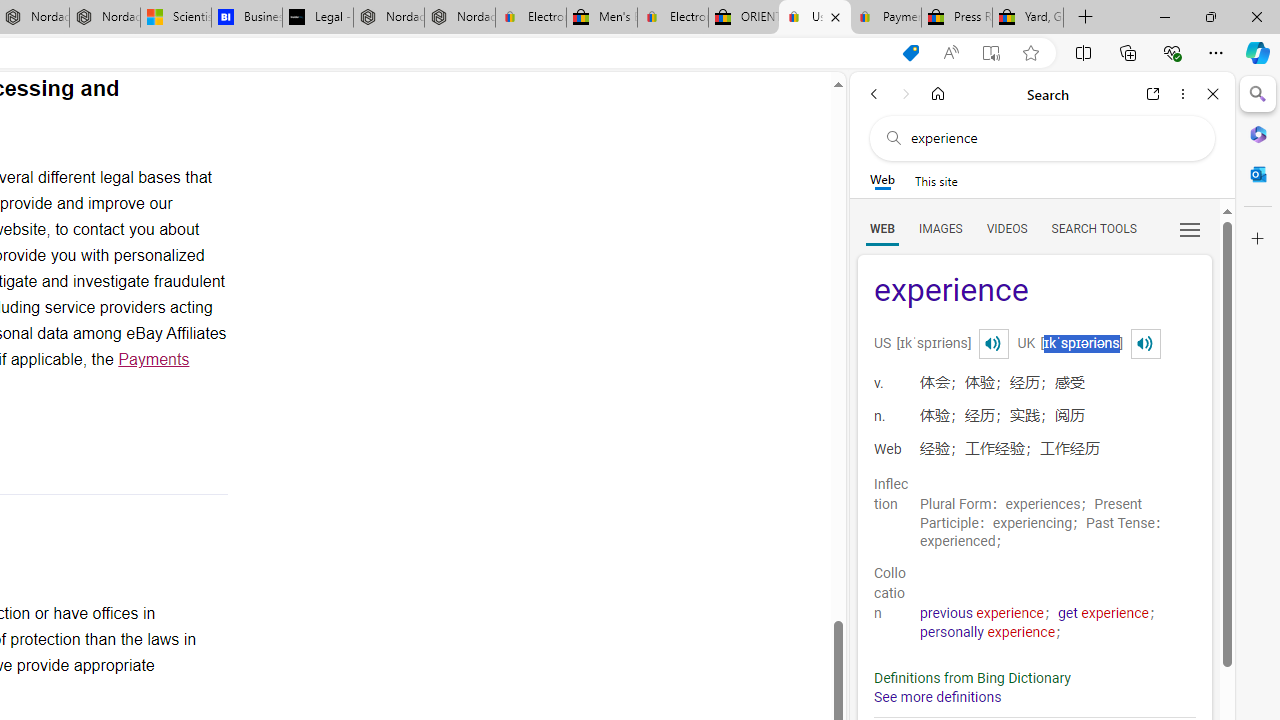  Describe the element at coordinates (1092, 227) in the screenshot. I see `'Search Filter, Search Tools'` at that location.